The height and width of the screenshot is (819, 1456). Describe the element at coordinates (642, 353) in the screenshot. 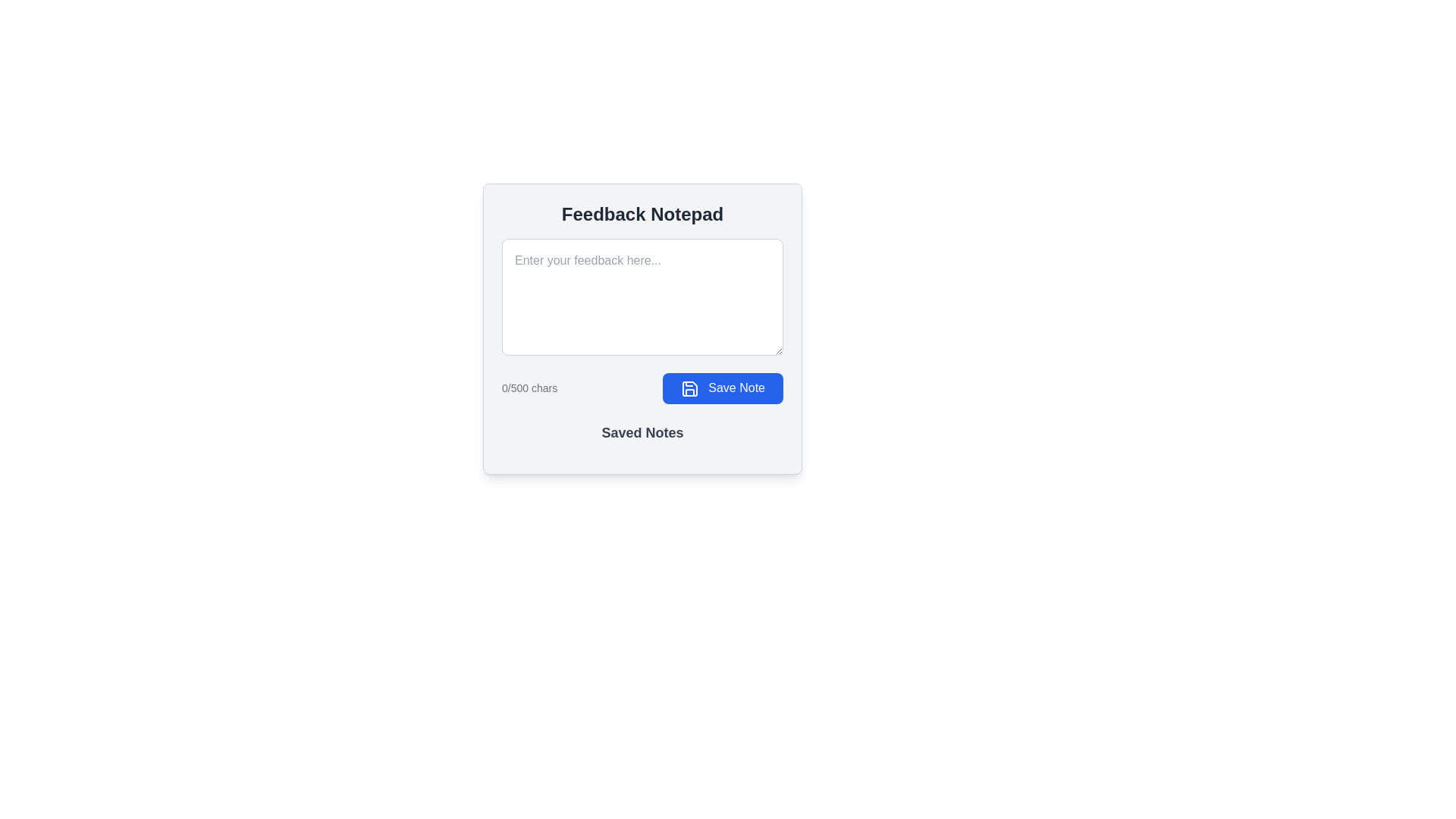

I see `the 'Feedback Notepad' composite UI component` at that location.